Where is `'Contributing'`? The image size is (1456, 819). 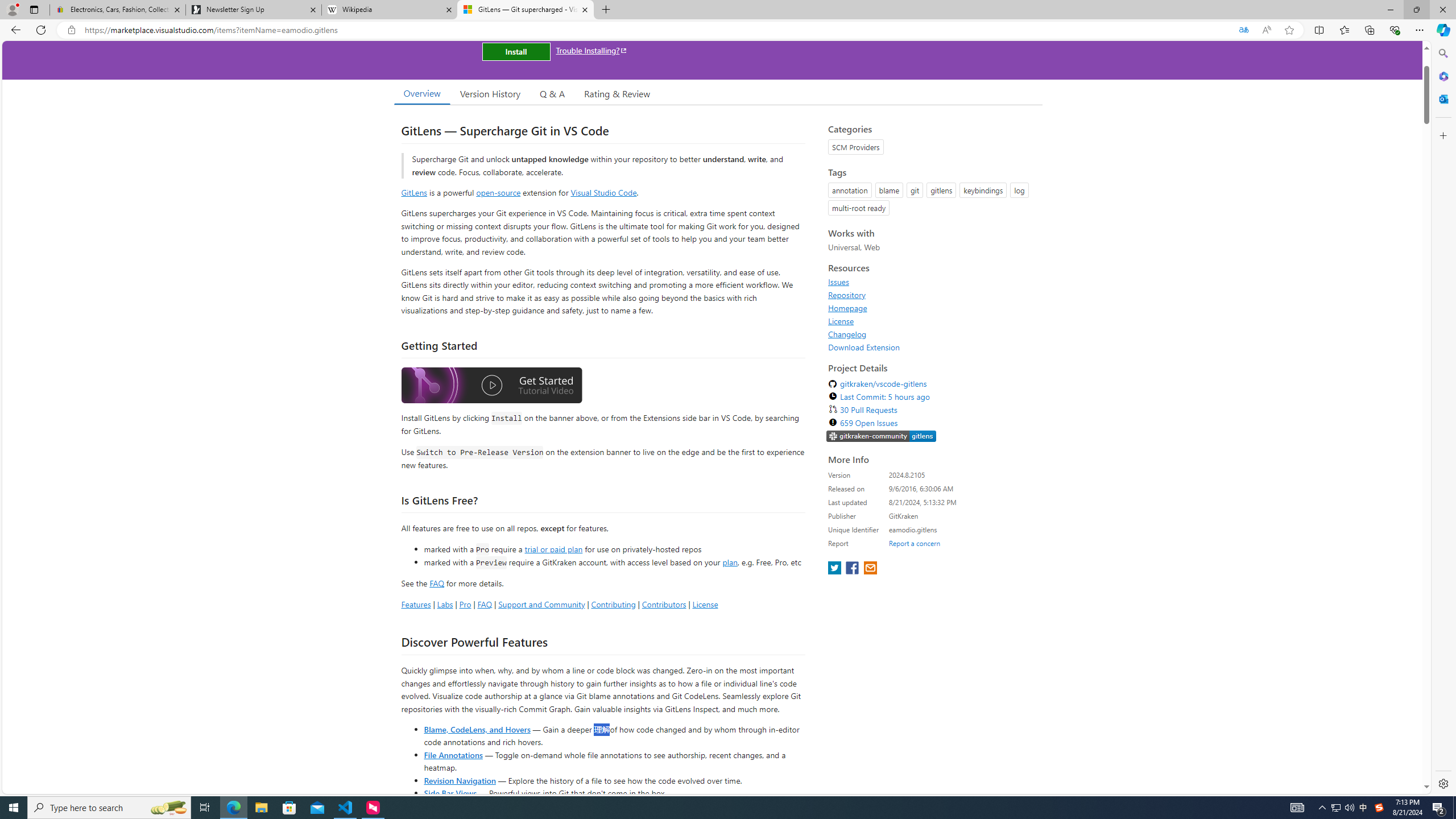 'Contributing' is located at coordinates (614, 603).